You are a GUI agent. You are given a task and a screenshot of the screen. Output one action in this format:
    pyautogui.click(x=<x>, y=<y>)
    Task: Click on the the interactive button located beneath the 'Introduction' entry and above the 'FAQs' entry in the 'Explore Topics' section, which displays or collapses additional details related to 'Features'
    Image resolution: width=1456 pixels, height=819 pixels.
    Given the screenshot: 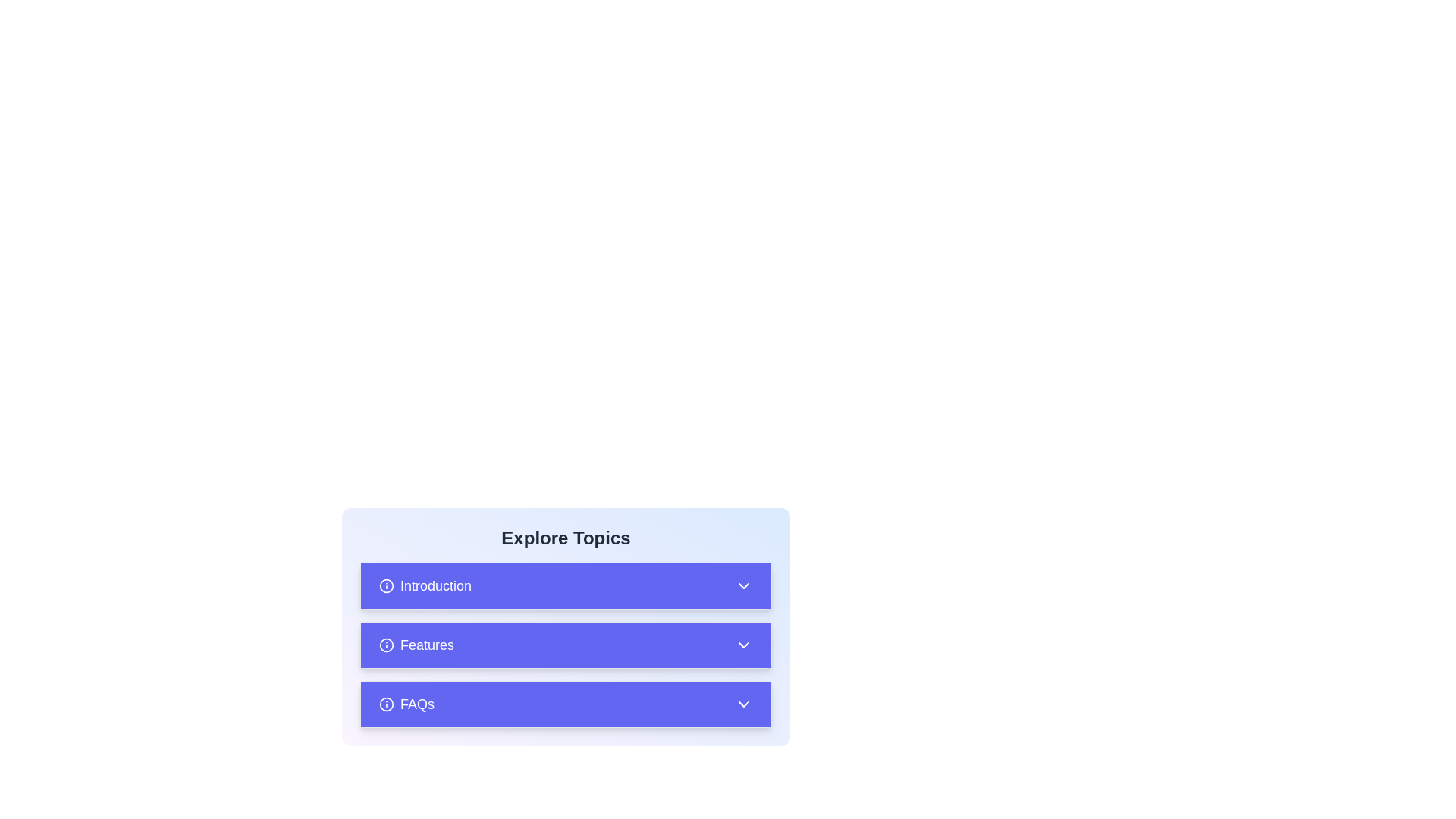 What is the action you would take?
    pyautogui.click(x=565, y=645)
    